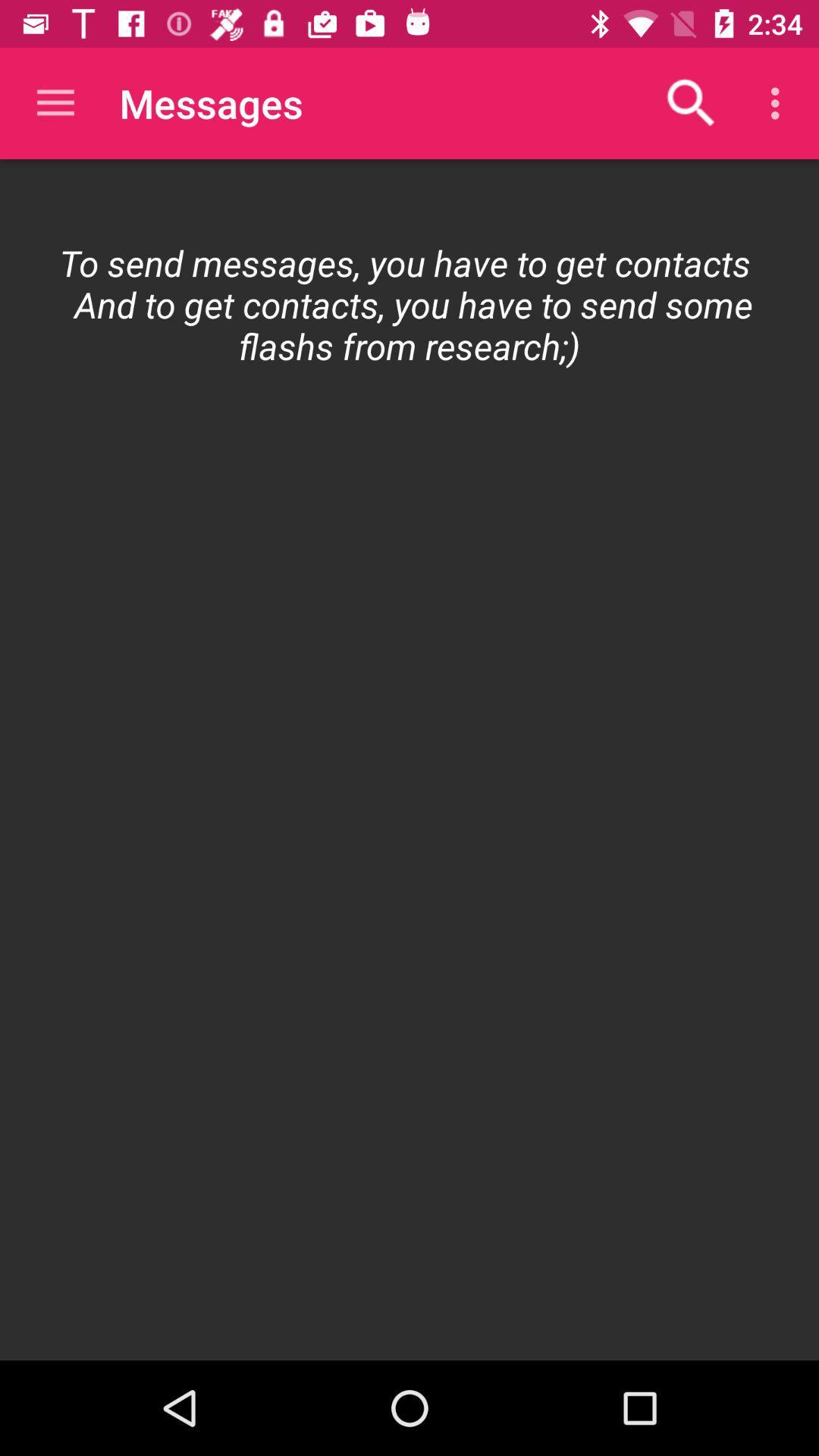 Image resolution: width=819 pixels, height=1456 pixels. What do you see at coordinates (691, 102) in the screenshot?
I see `item to the right of the messages app` at bounding box center [691, 102].